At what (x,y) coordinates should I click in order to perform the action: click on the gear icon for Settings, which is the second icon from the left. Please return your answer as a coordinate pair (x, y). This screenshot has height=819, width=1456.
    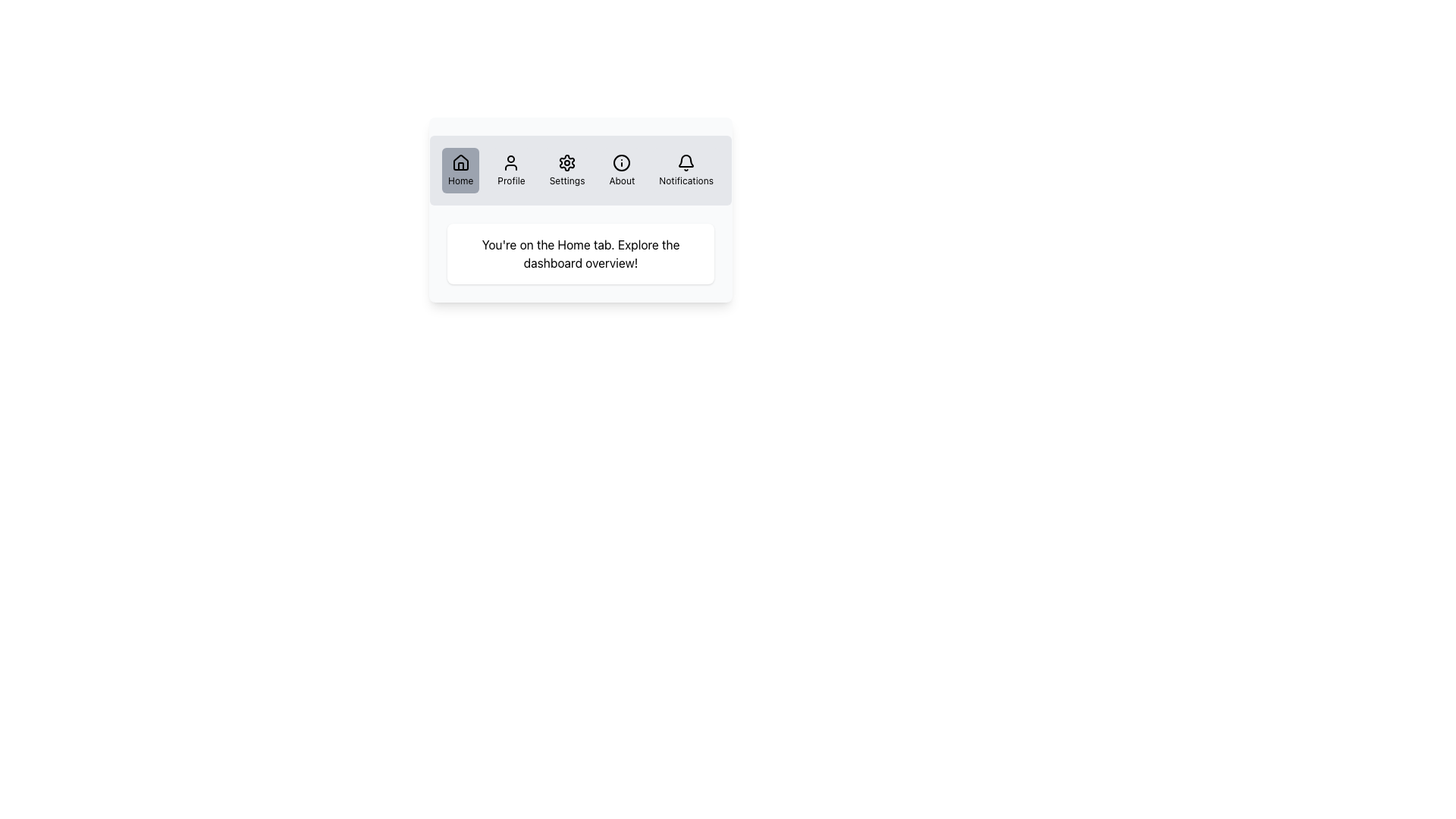
    Looking at the image, I should click on (566, 163).